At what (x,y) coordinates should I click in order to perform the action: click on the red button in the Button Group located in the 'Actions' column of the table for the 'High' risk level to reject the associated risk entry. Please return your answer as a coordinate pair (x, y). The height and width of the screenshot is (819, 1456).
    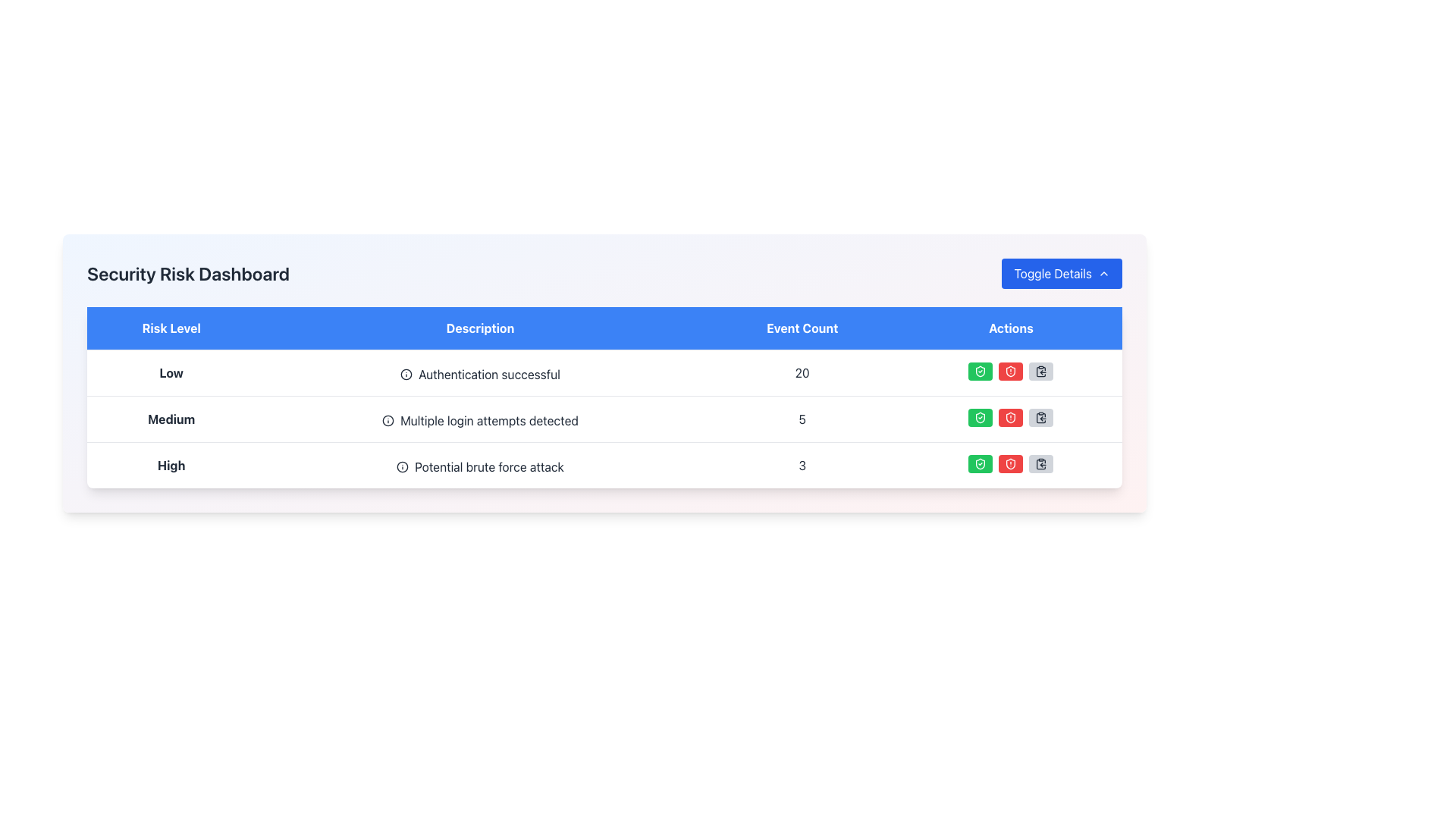
    Looking at the image, I should click on (1011, 463).